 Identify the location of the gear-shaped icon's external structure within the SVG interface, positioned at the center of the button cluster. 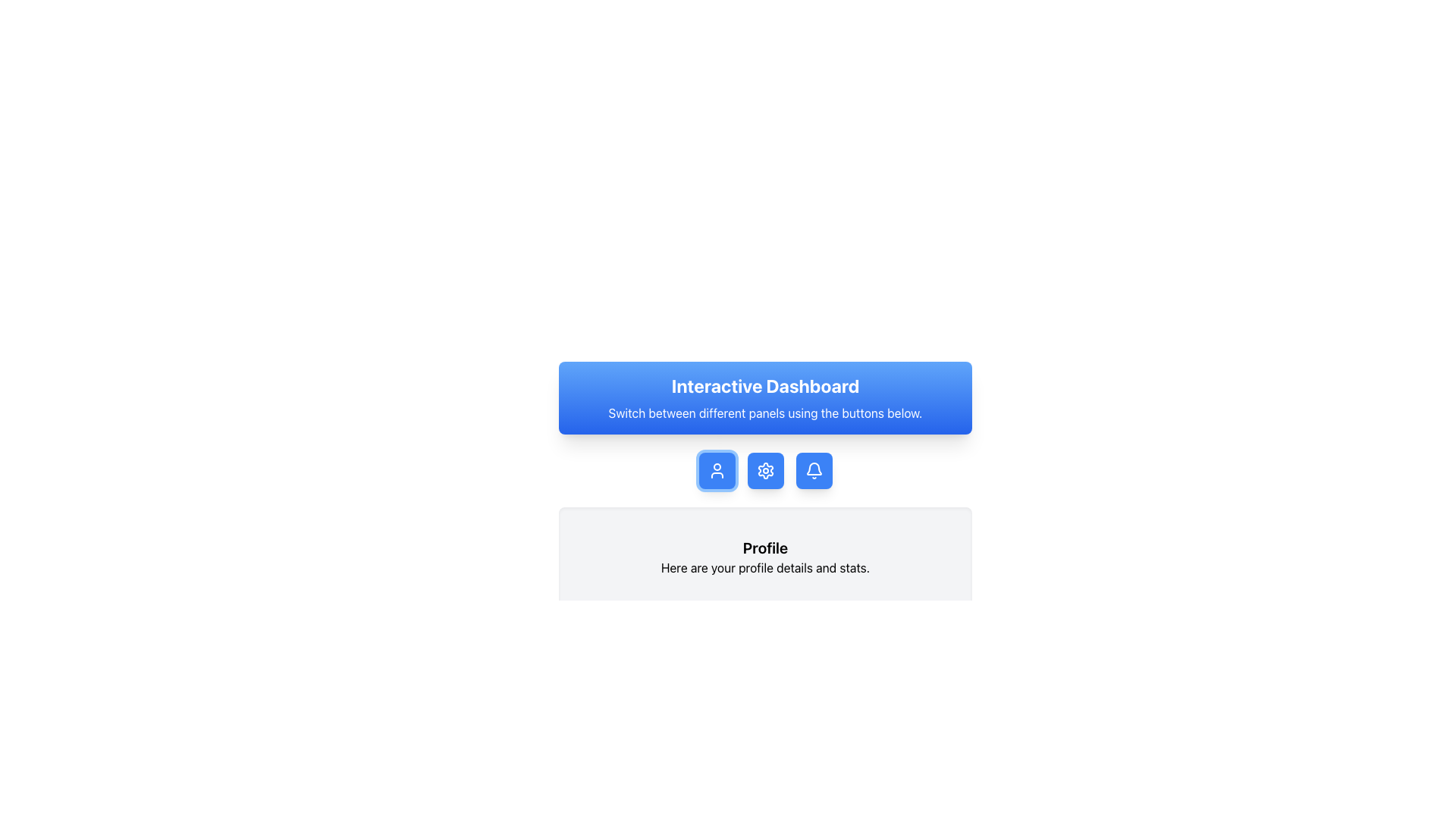
(765, 470).